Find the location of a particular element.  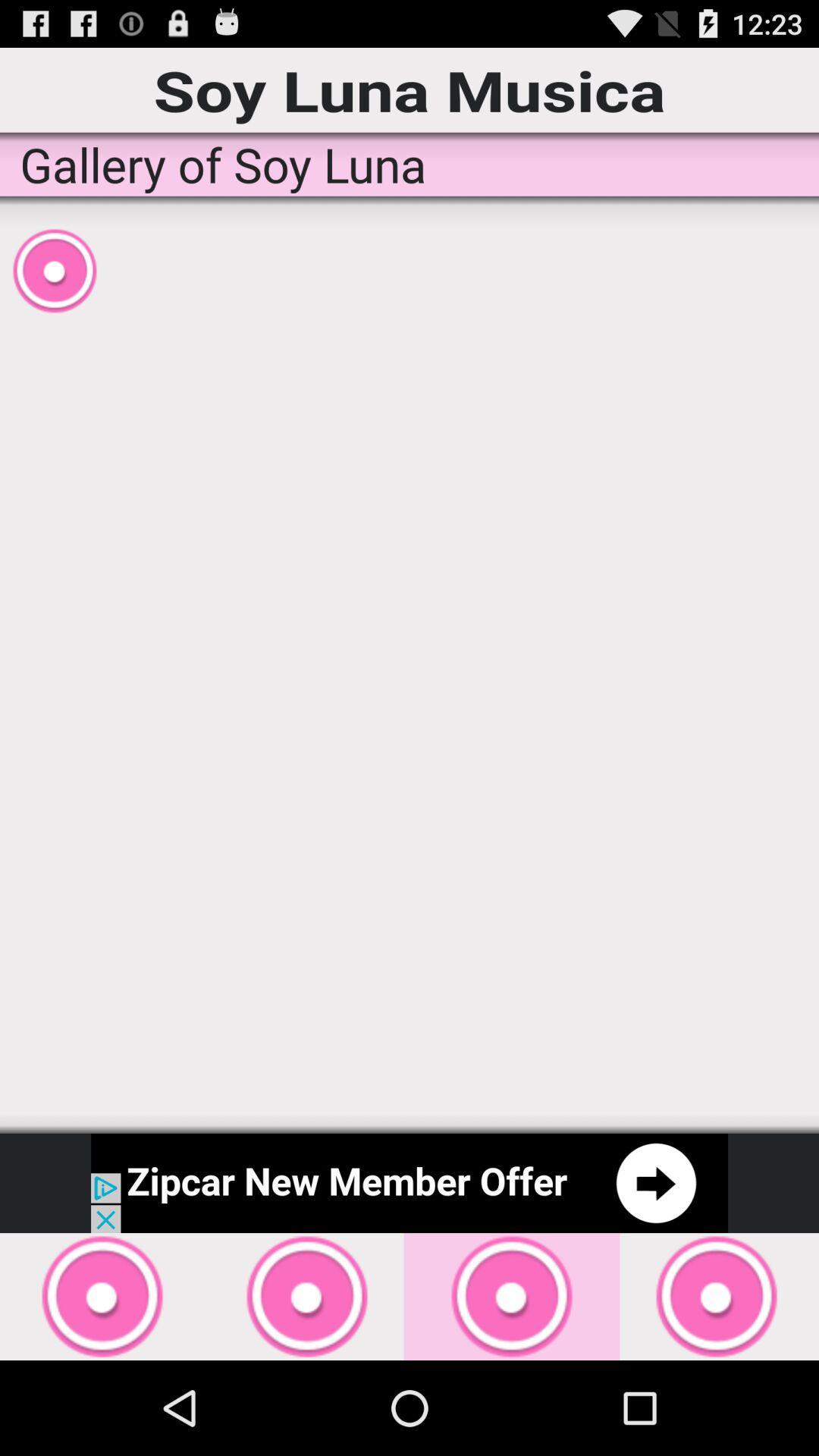

advertisement is located at coordinates (409, 1182).